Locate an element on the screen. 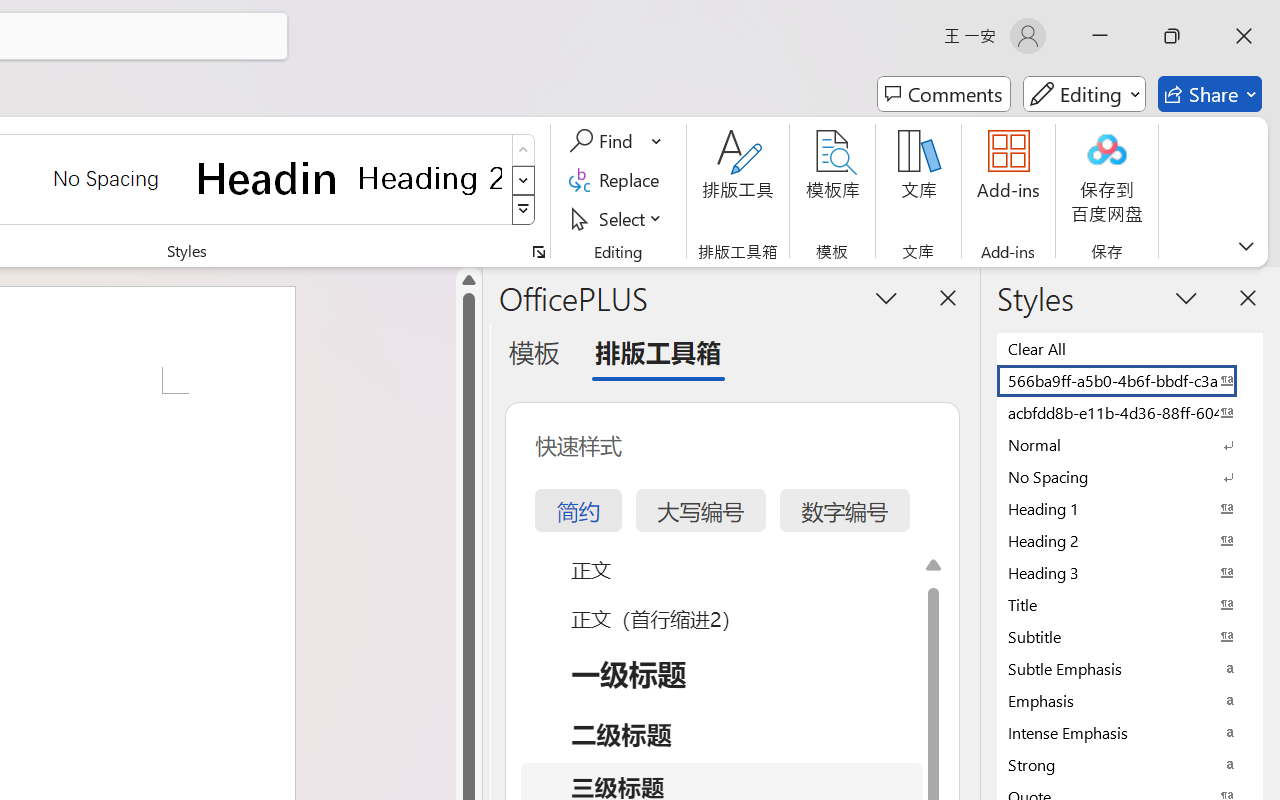 Image resolution: width=1280 pixels, height=800 pixels. 'Replace...' is located at coordinates (616, 179).